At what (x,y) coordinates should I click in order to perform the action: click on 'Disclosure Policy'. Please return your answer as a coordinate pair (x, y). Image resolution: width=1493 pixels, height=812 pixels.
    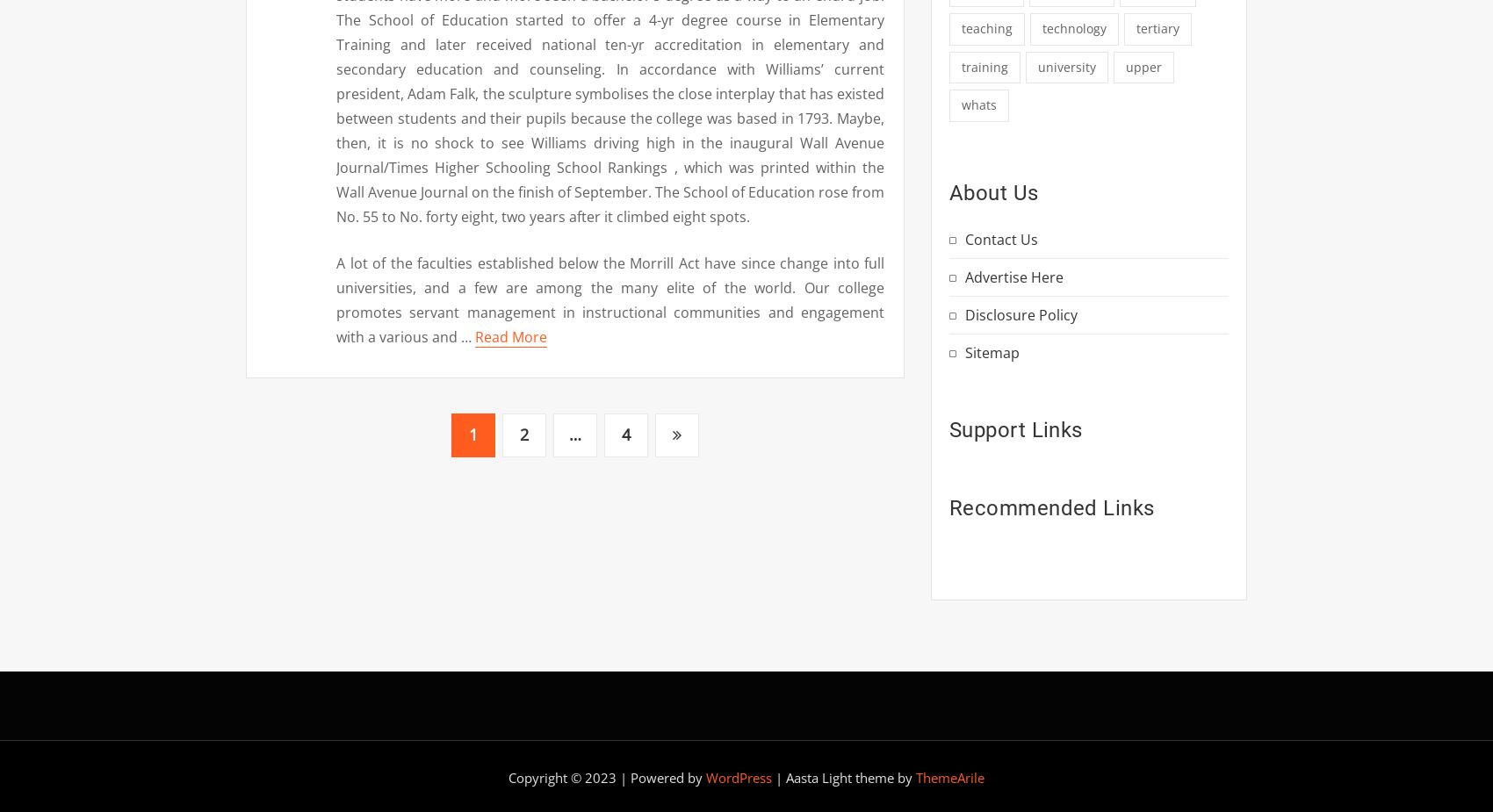
    Looking at the image, I should click on (1021, 313).